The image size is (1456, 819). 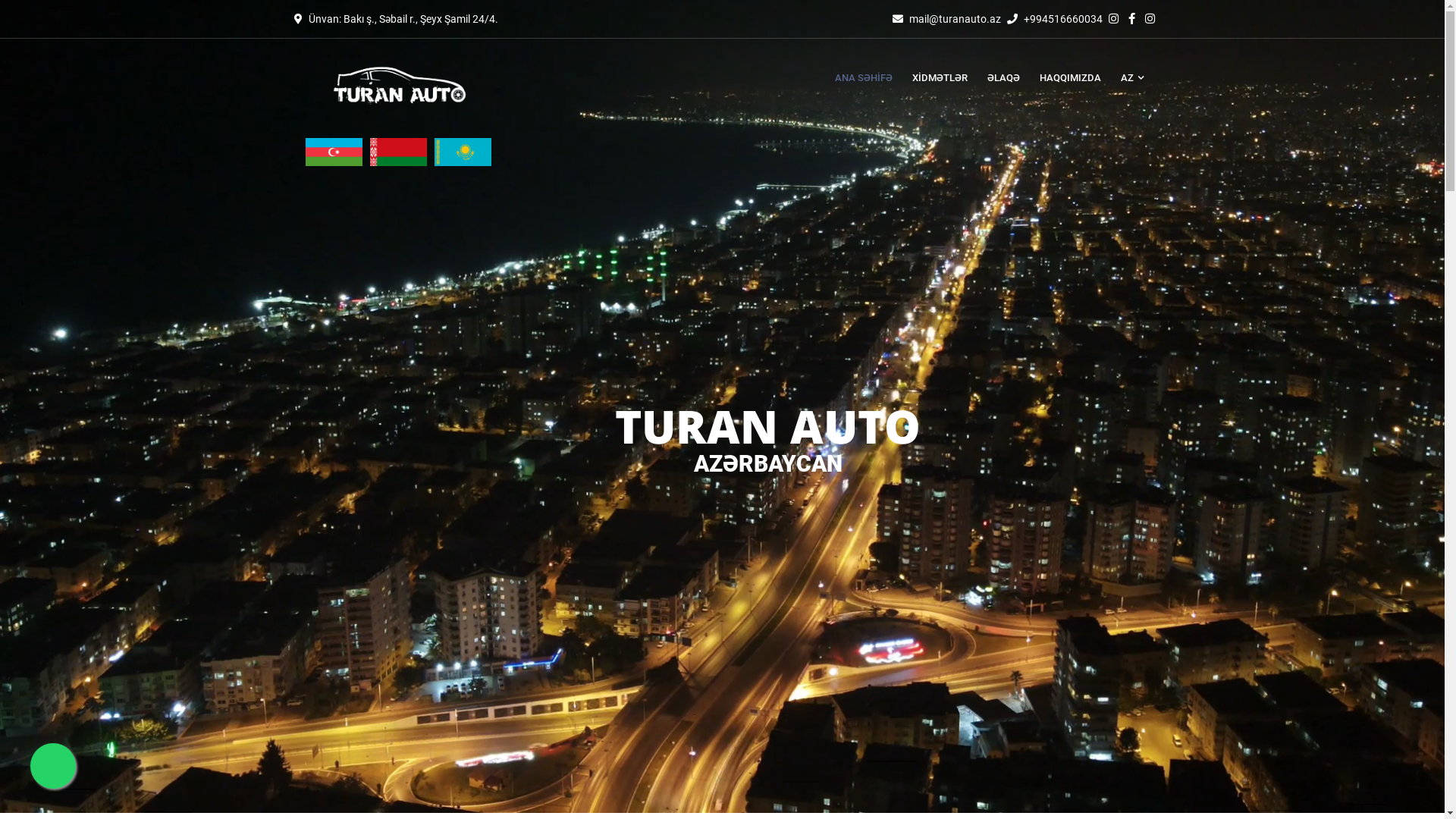 What do you see at coordinates (1069, 78) in the screenshot?
I see `'HAQQIMIZDA'` at bounding box center [1069, 78].